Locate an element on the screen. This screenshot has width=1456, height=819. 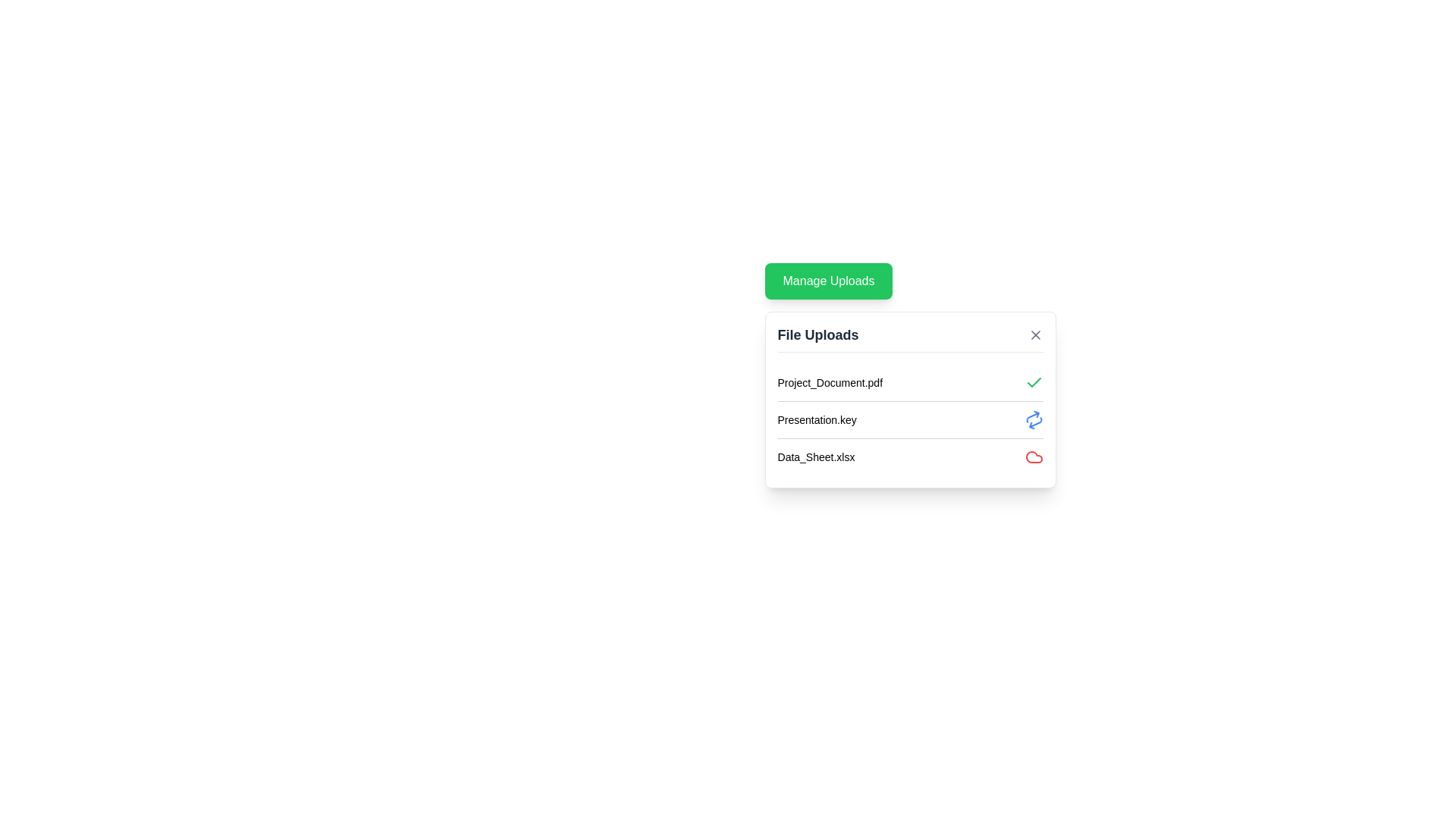
the loading animation of the second file entry in the upload list, which displays the file name 'Presentation.key' and an animated indicator is located at coordinates (910, 419).